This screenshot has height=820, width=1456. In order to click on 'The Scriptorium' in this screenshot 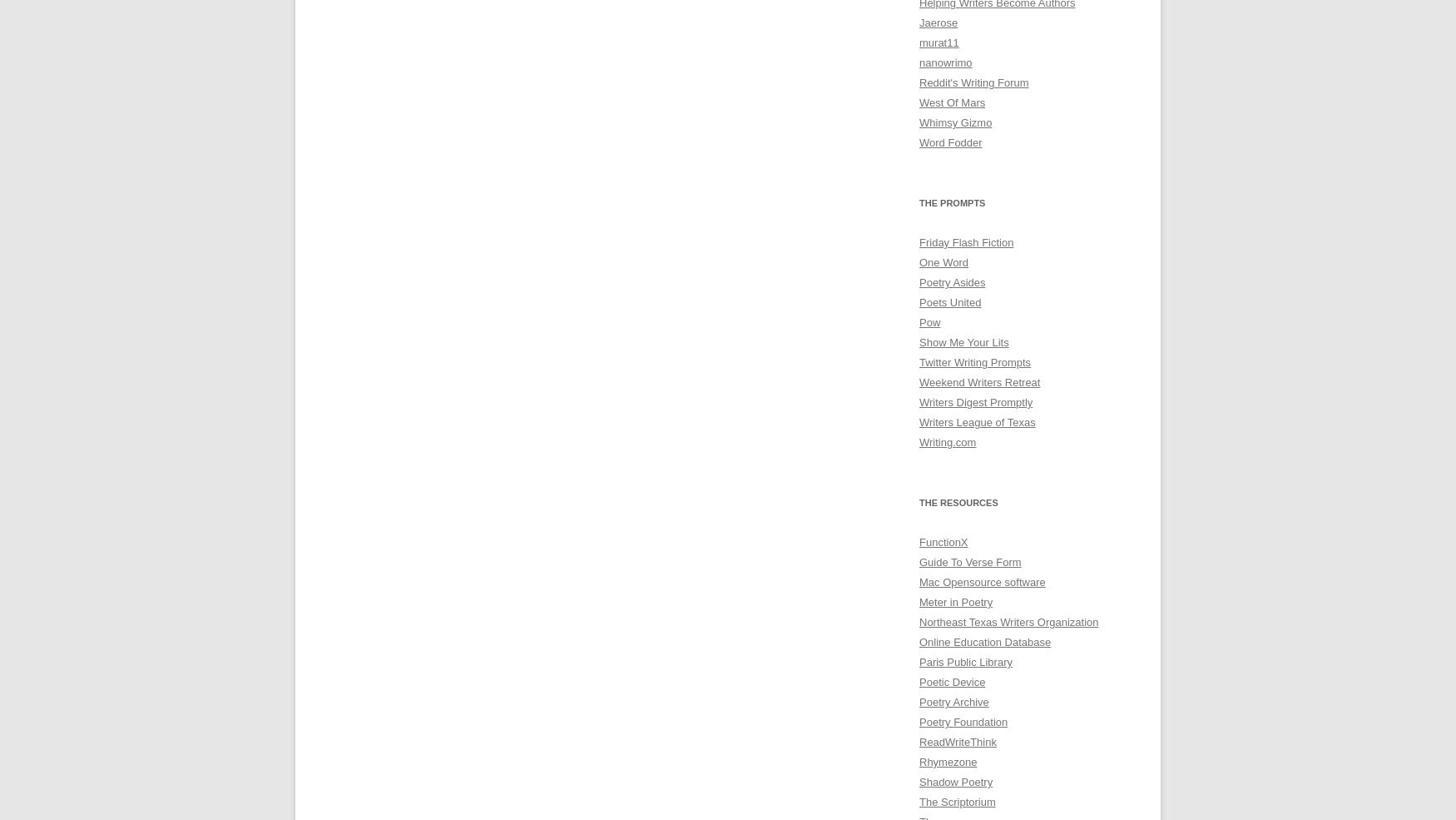, I will do `click(956, 802)`.